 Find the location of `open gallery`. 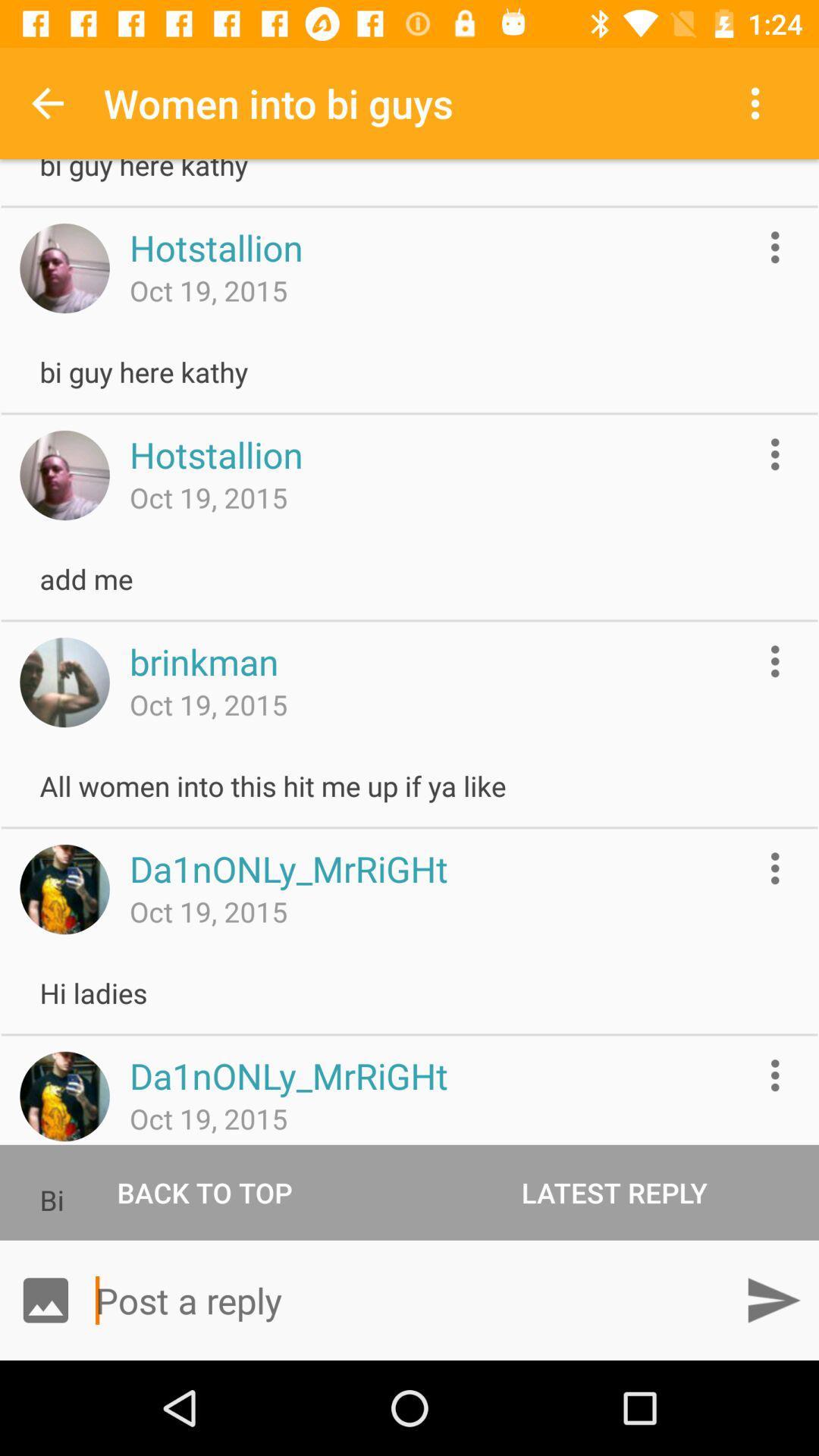

open gallery is located at coordinates (45, 1299).